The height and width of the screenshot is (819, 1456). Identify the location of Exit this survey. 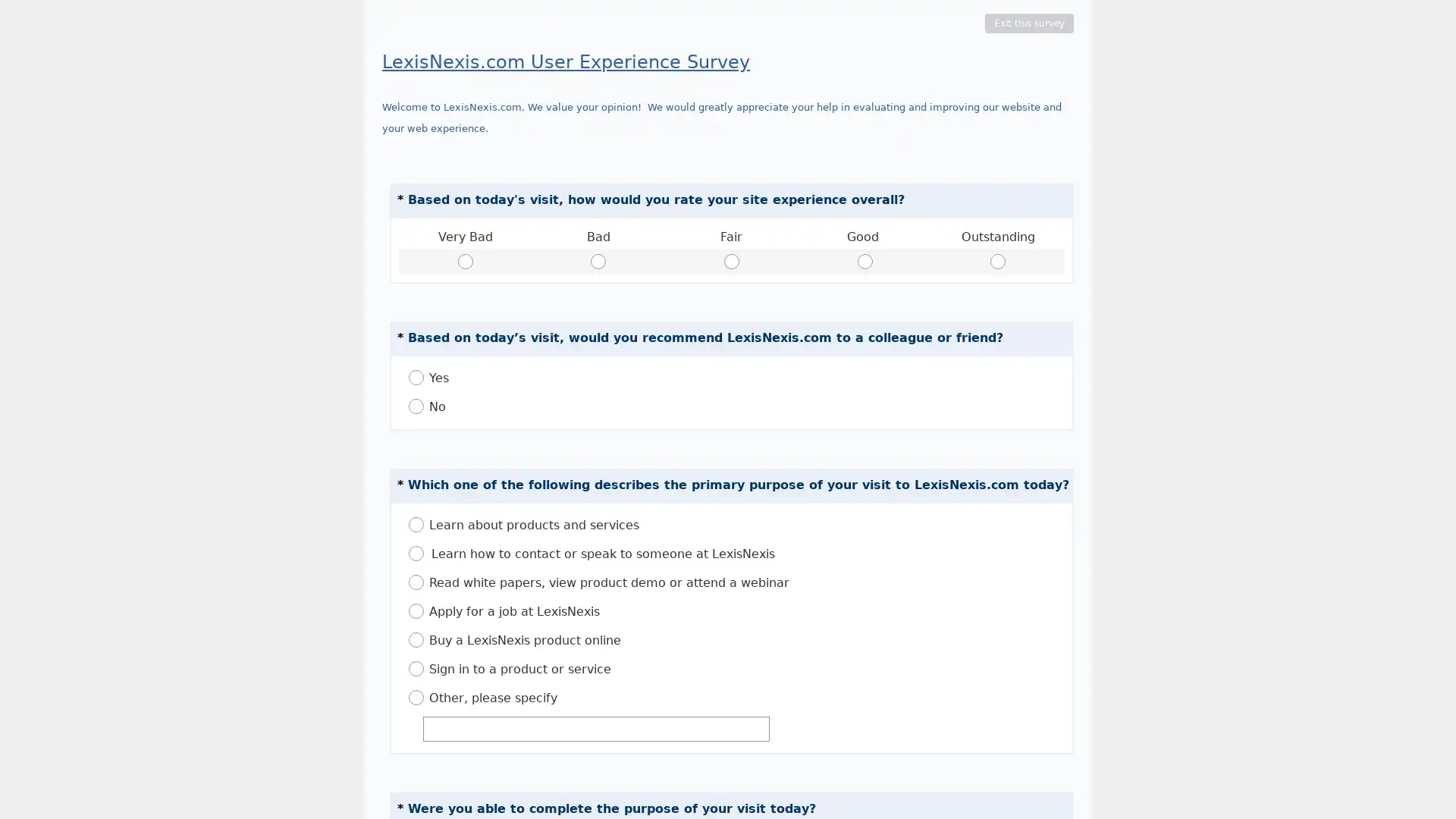
(1029, 23).